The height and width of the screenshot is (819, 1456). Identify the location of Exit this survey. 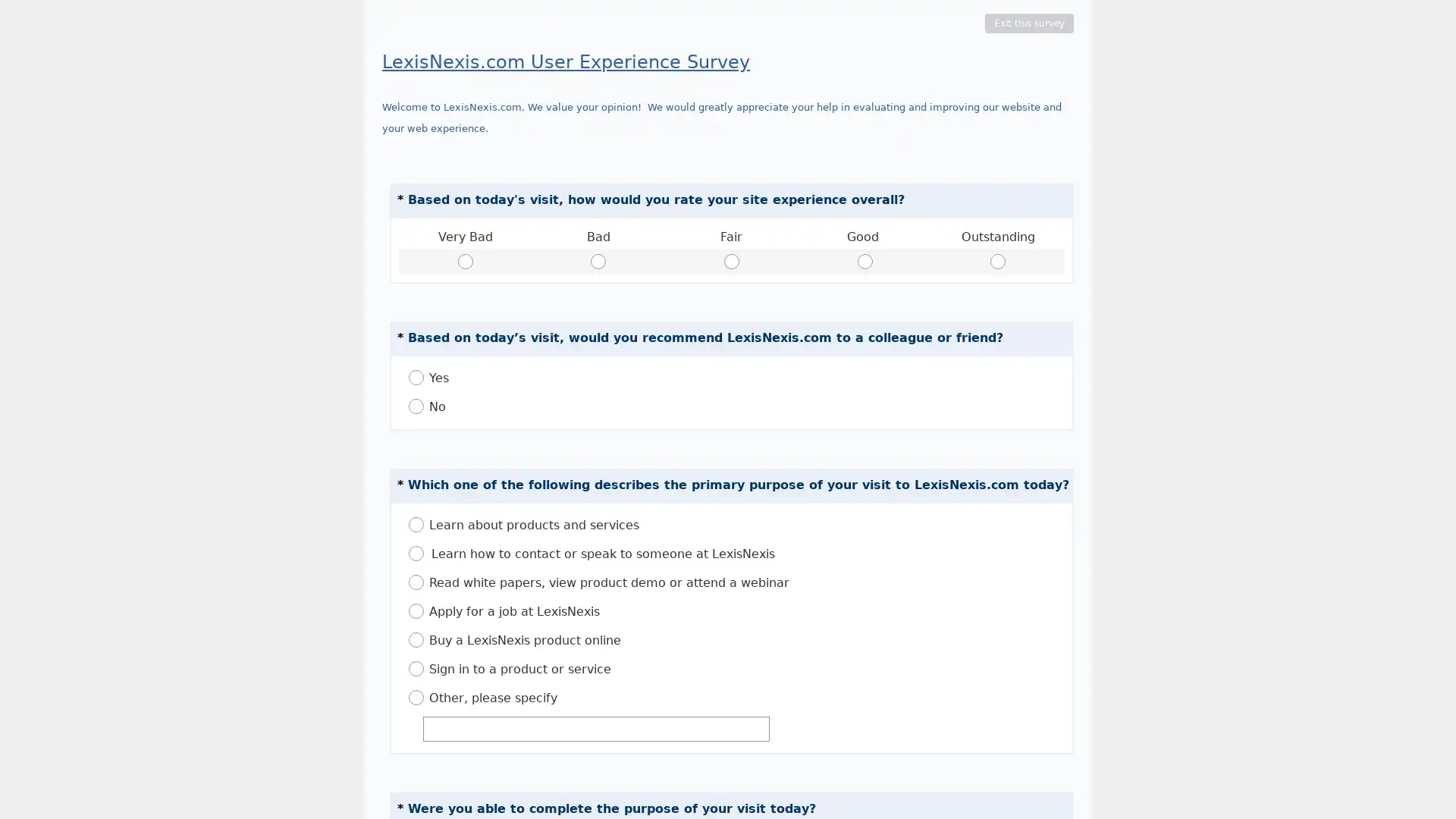
(1029, 23).